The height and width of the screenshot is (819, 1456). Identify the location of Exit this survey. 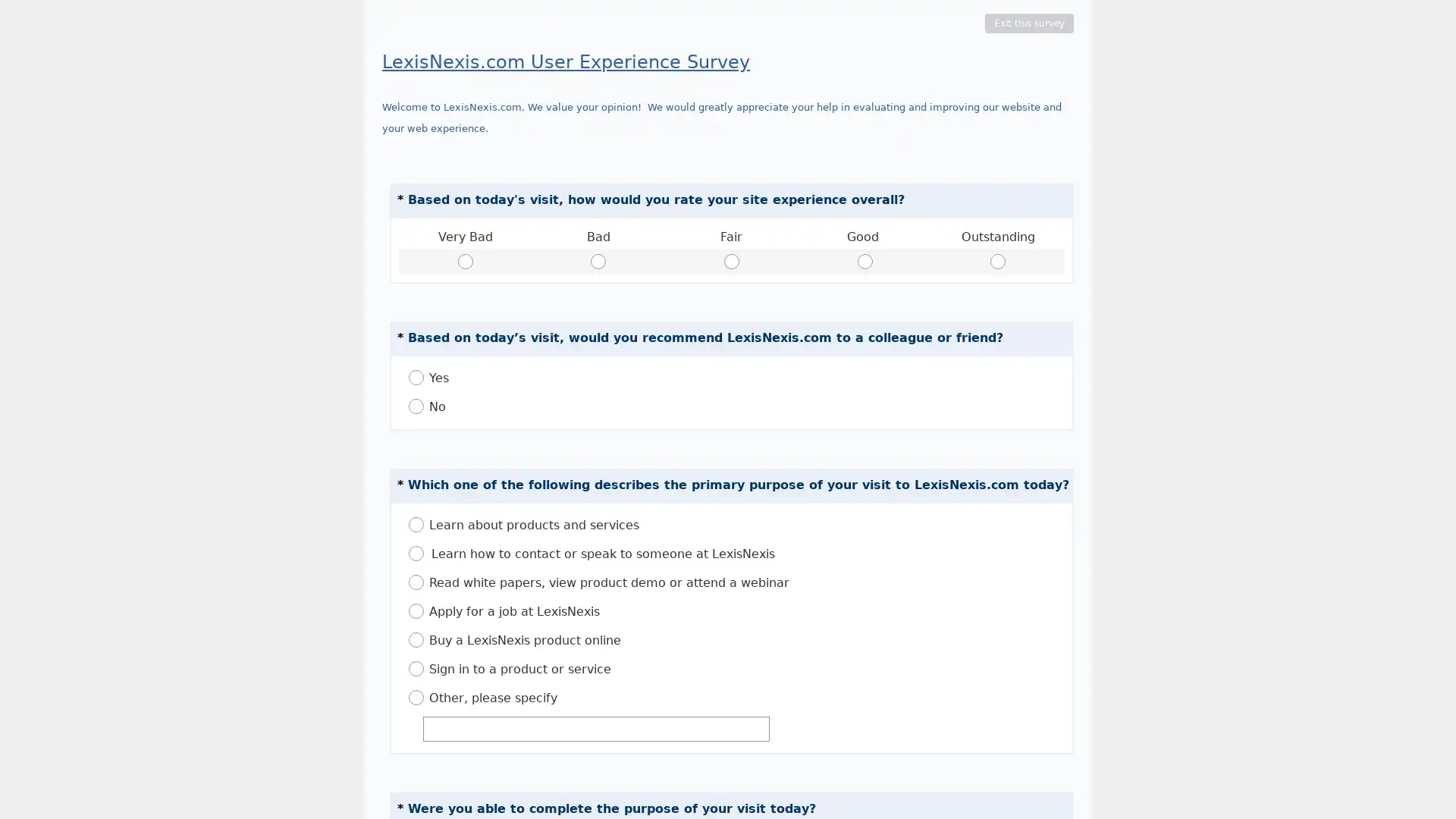
(1029, 23).